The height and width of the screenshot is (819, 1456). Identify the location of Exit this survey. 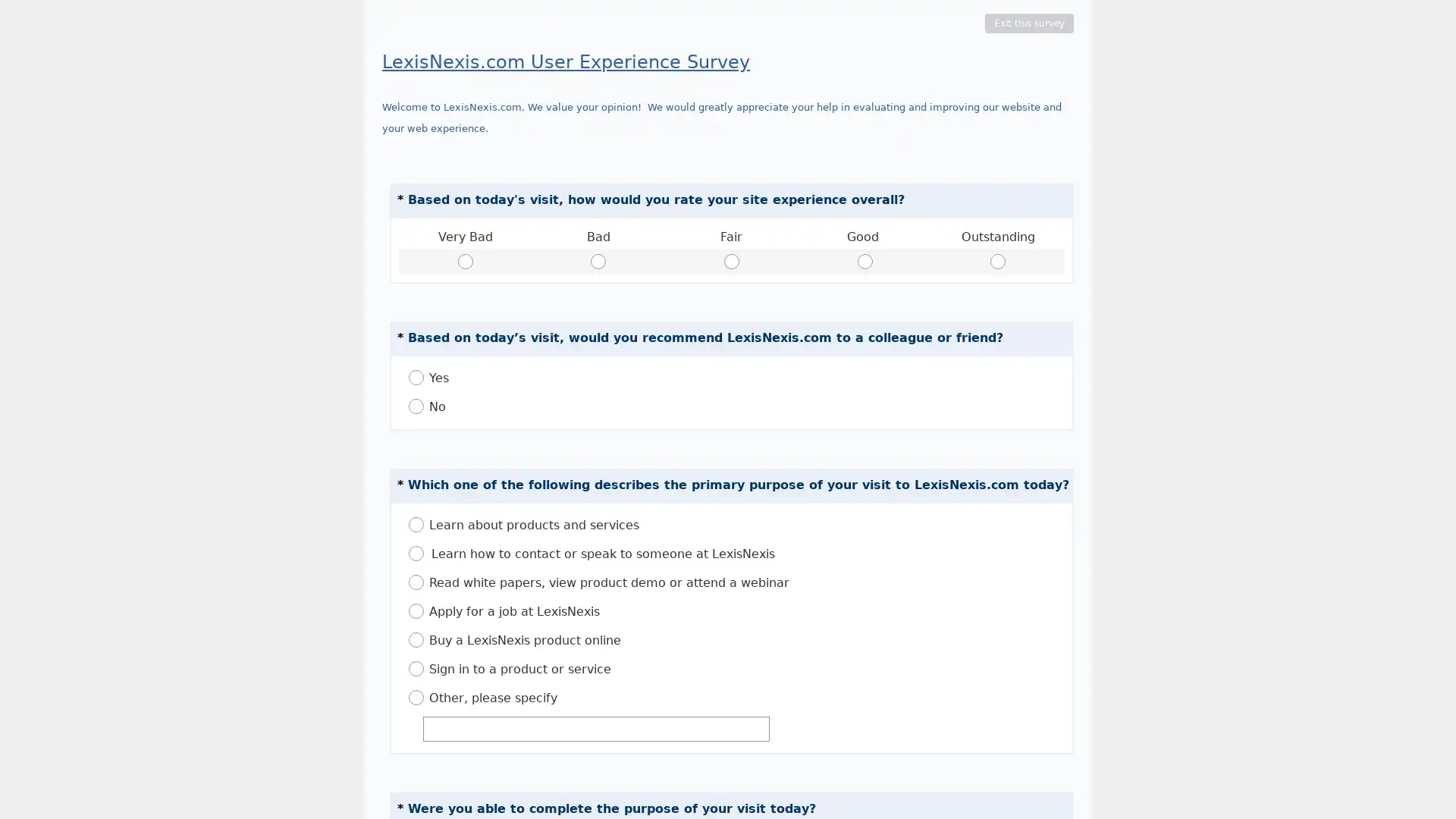
(1029, 23).